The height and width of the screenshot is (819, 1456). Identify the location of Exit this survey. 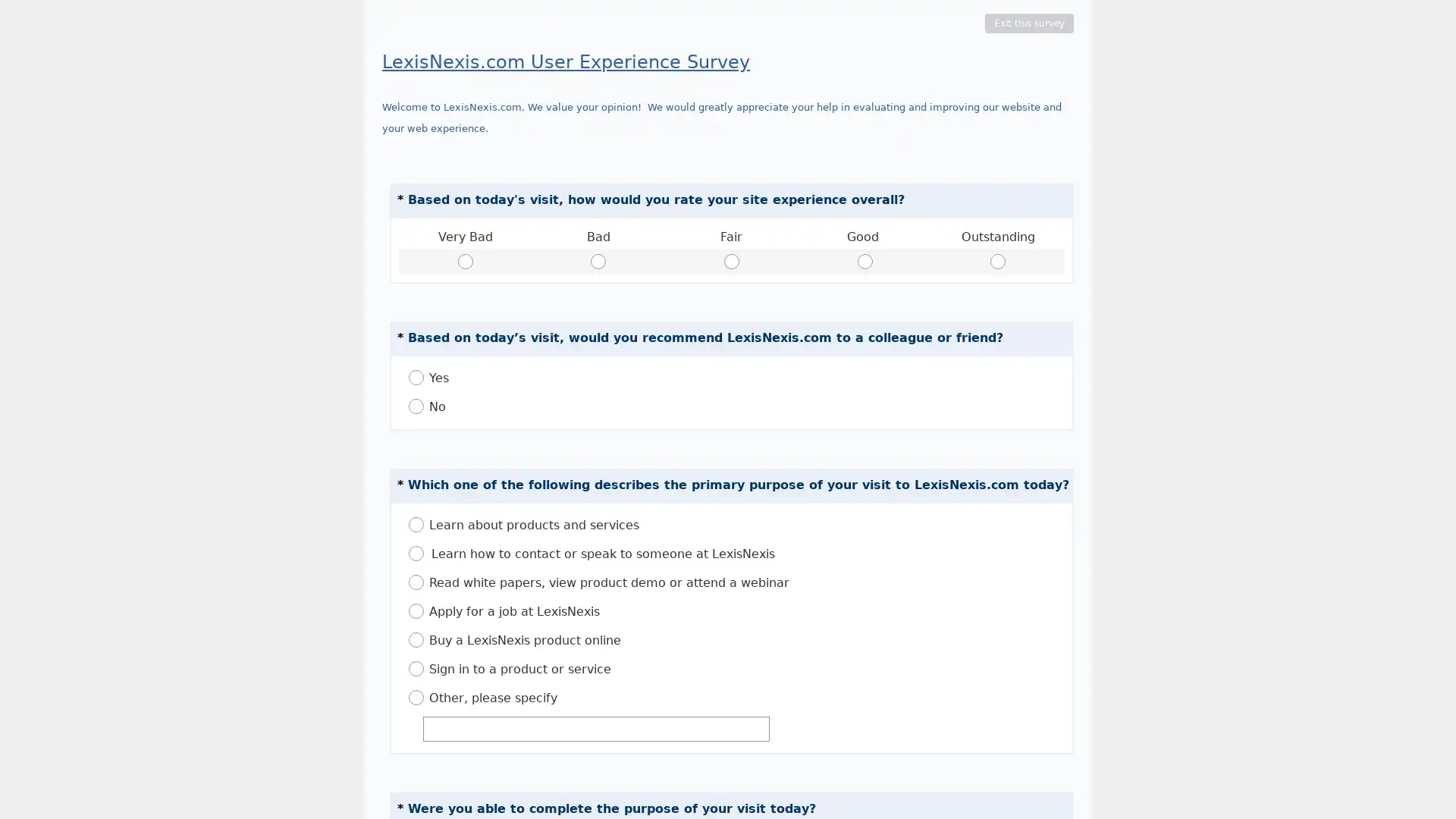
(1029, 23).